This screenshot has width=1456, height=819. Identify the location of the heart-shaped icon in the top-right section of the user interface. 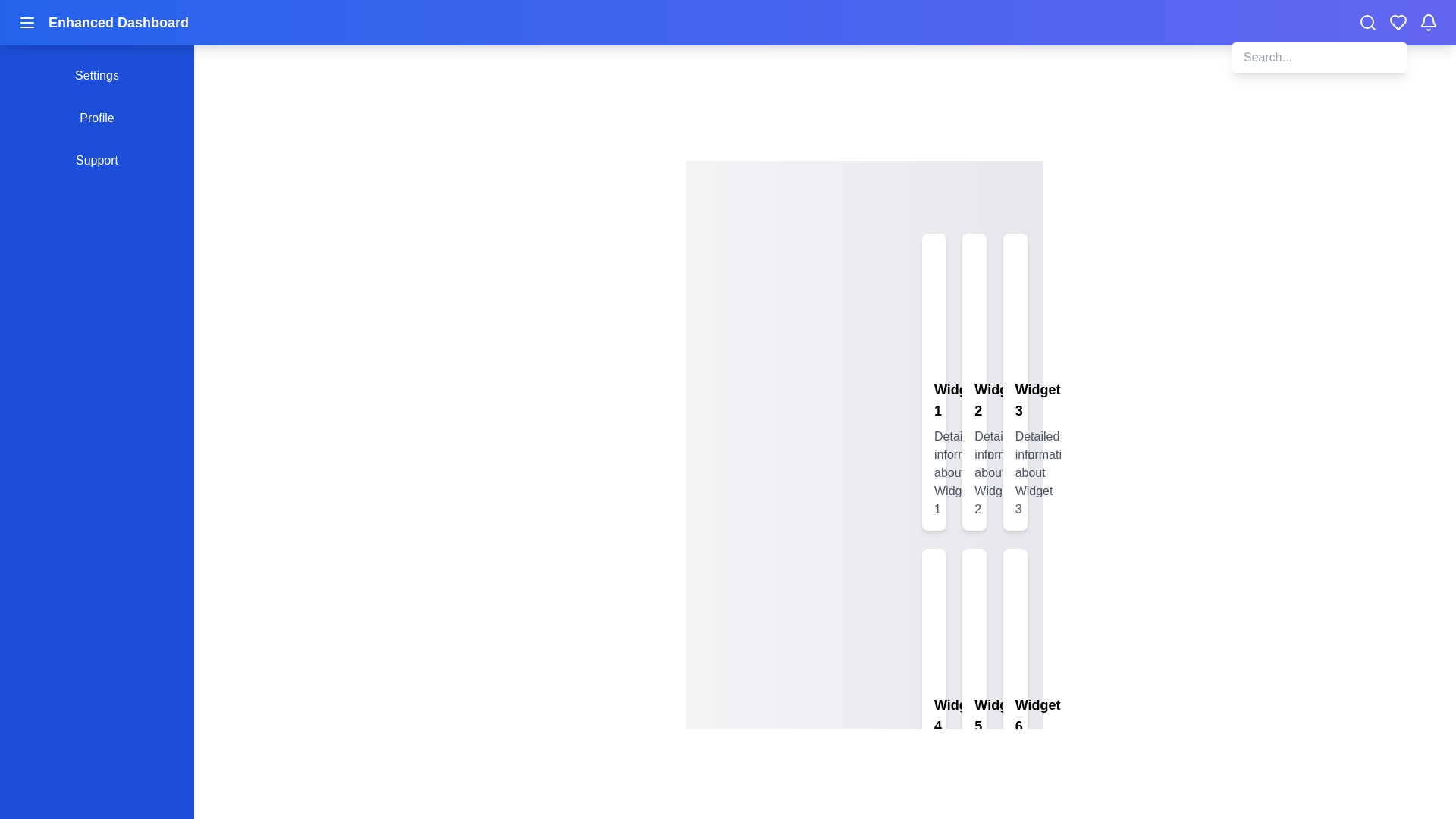
(1397, 23).